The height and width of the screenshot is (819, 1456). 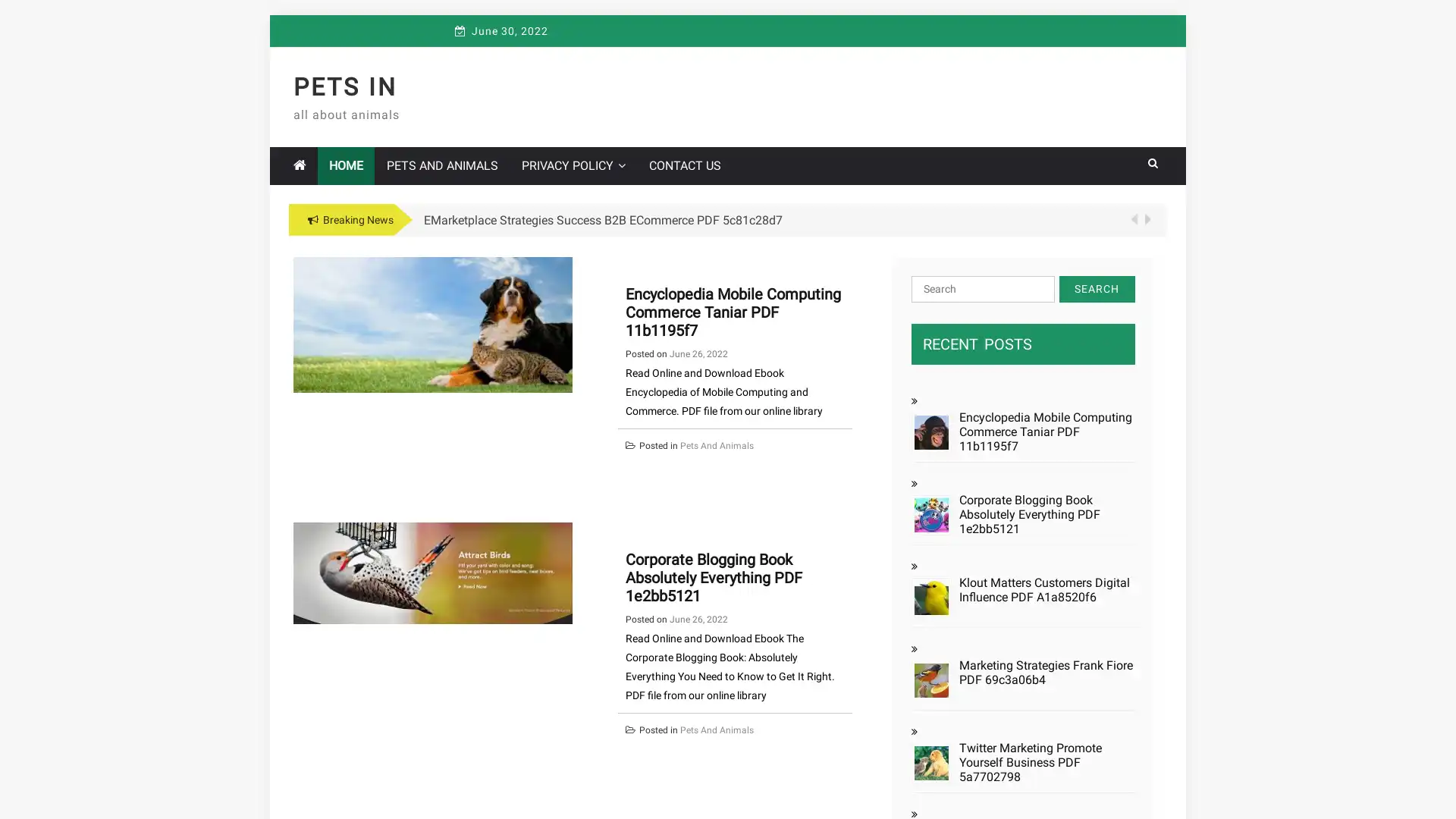 I want to click on Search, so click(x=1096, y=288).